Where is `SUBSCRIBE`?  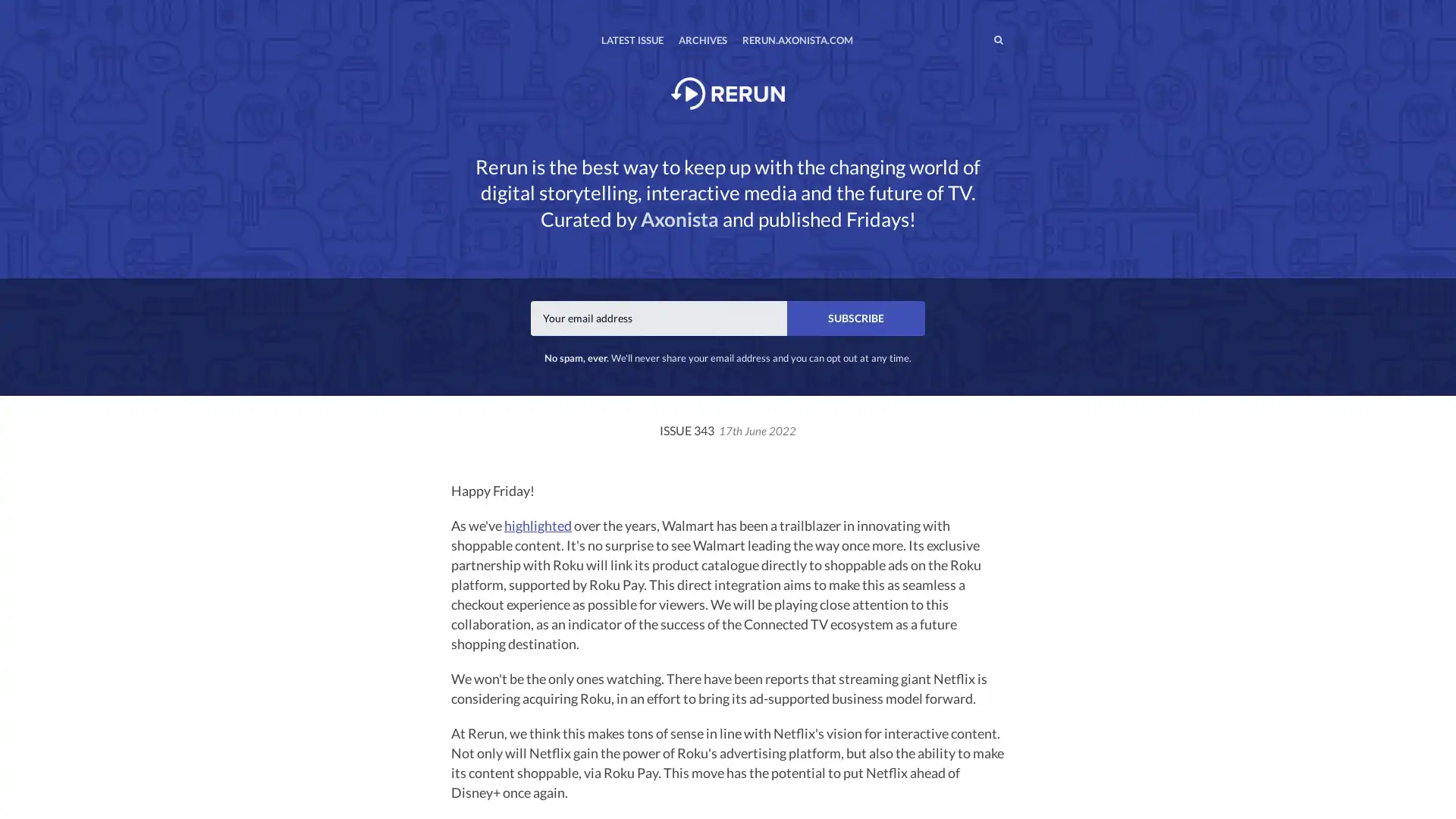 SUBSCRIBE is located at coordinates (855, 317).